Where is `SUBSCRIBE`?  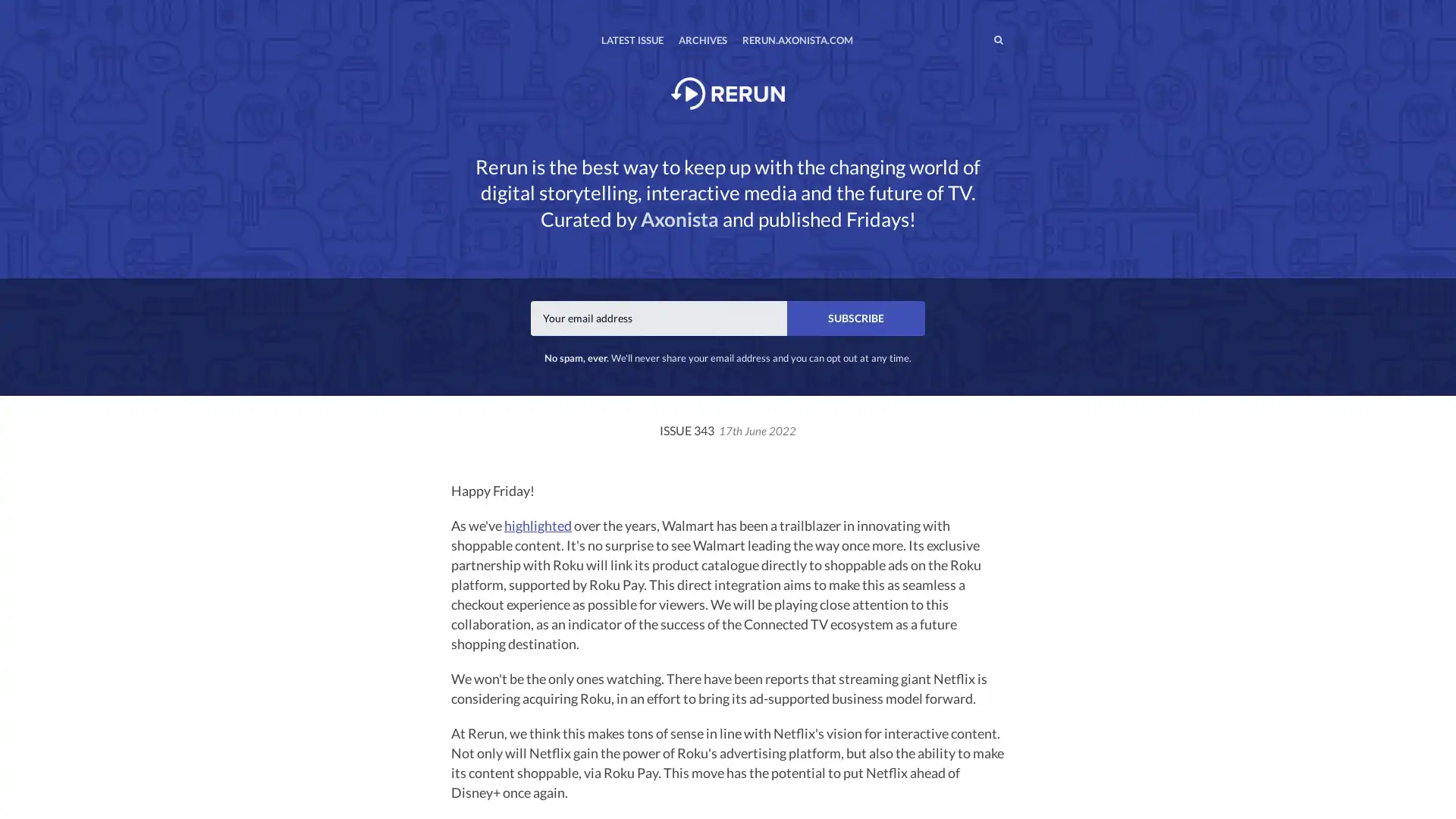 SUBSCRIBE is located at coordinates (855, 317).